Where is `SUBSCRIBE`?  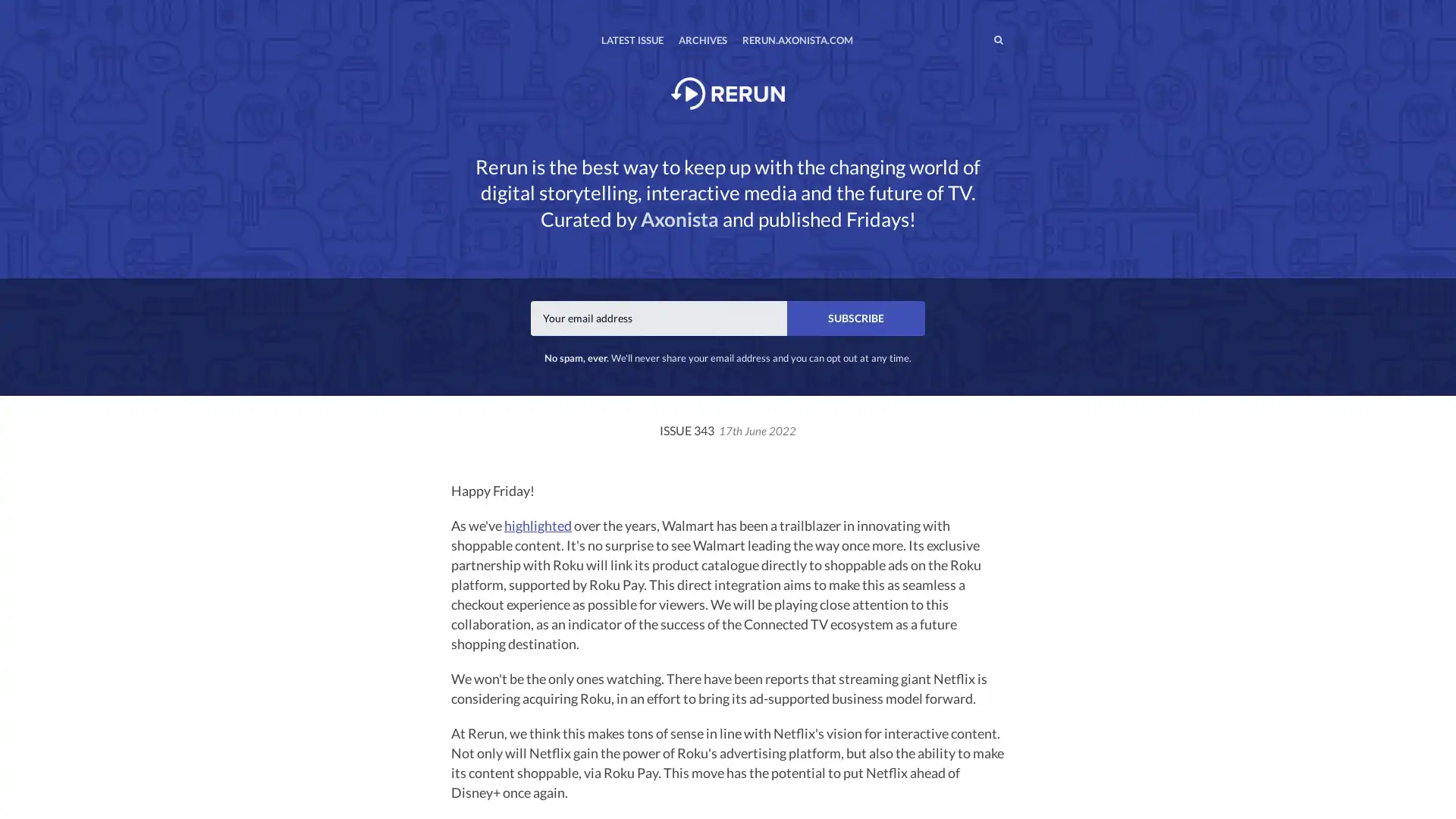 SUBSCRIBE is located at coordinates (855, 317).